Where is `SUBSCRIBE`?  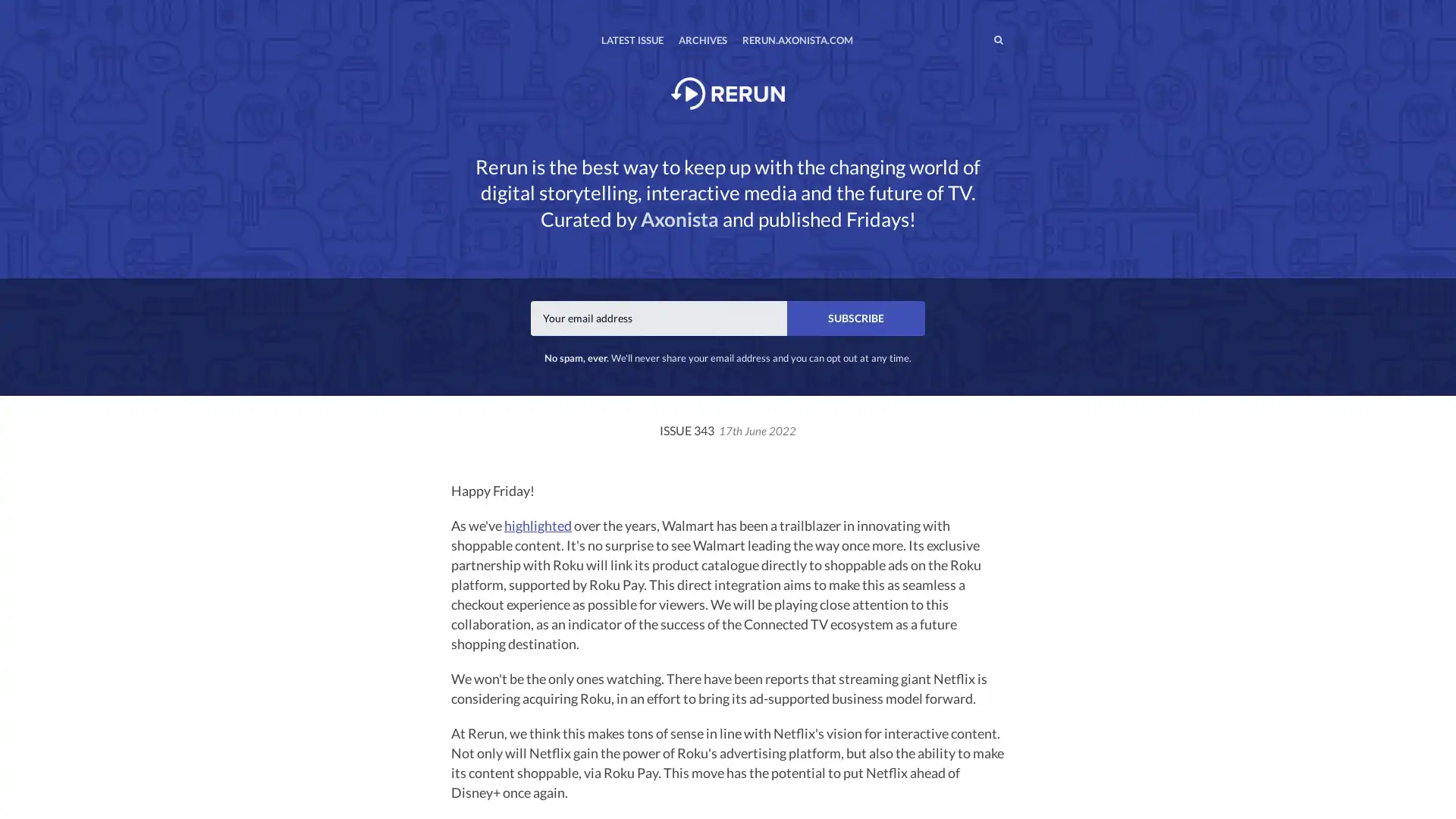 SUBSCRIBE is located at coordinates (855, 317).